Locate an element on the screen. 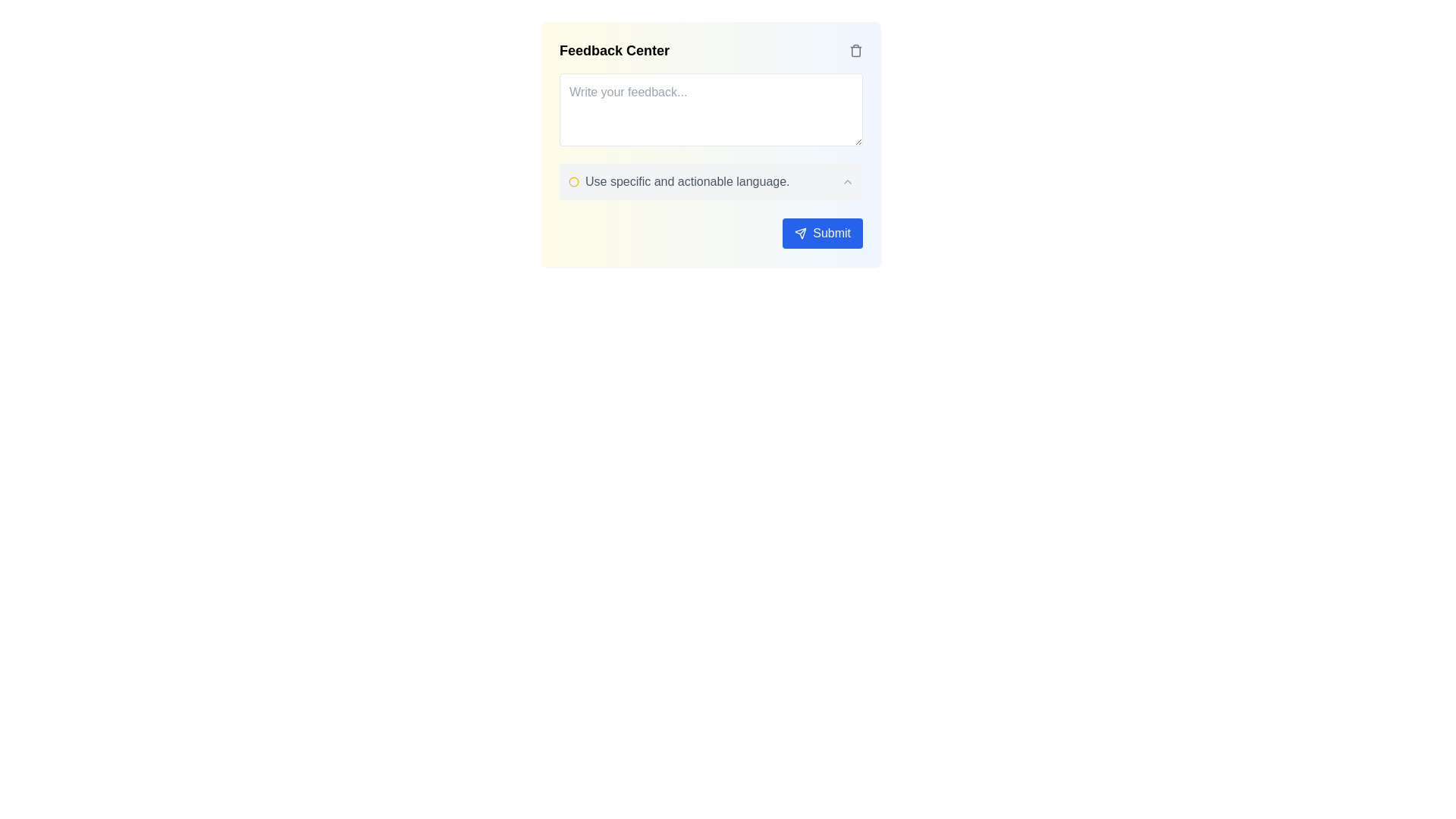 This screenshot has width=1456, height=819. the circular icon with a yellow border that precedes the text 'Use specific and actionable language.' is located at coordinates (573, 180).